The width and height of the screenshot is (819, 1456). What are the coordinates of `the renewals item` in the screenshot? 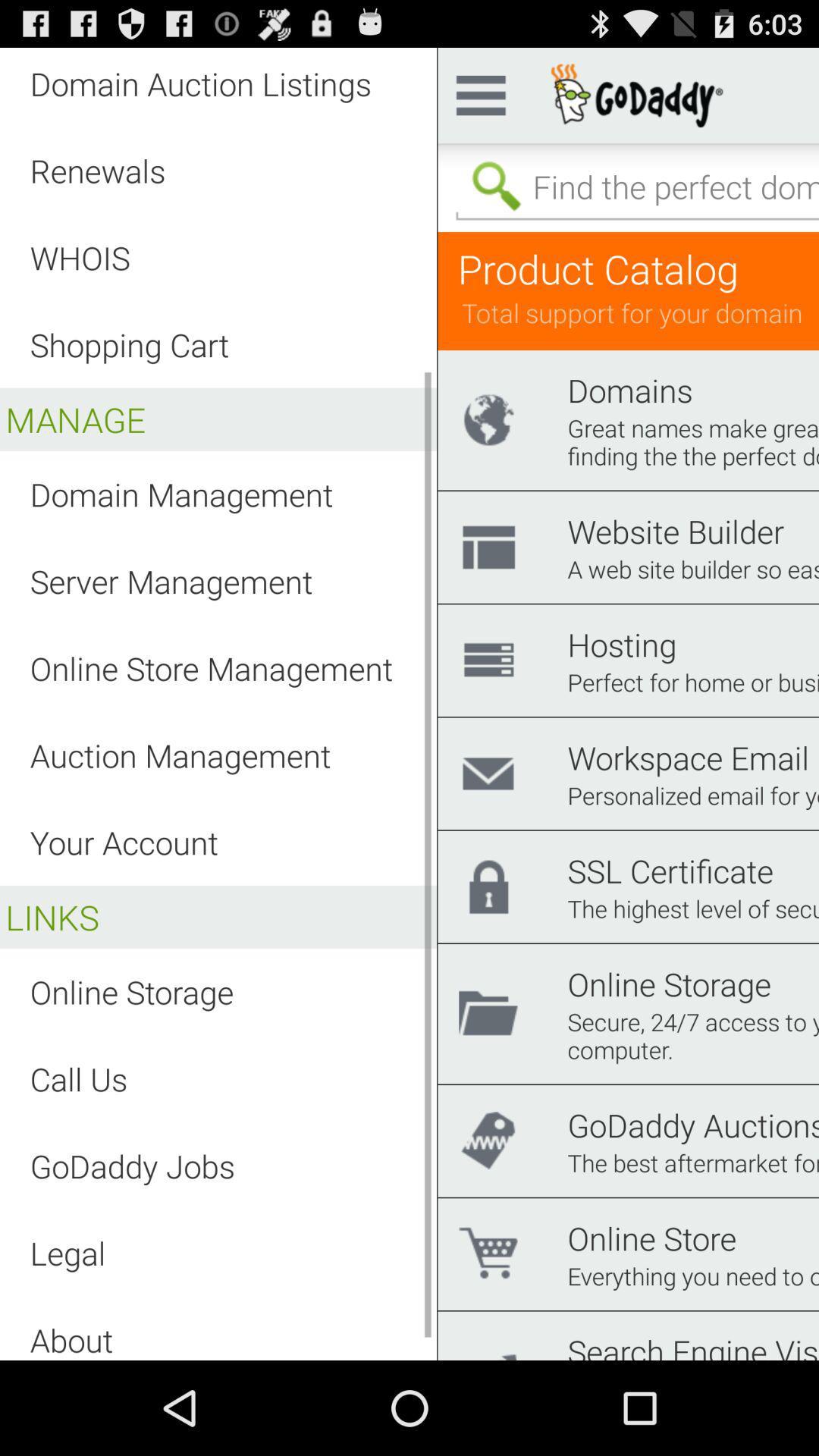 It's located at (97, 171).